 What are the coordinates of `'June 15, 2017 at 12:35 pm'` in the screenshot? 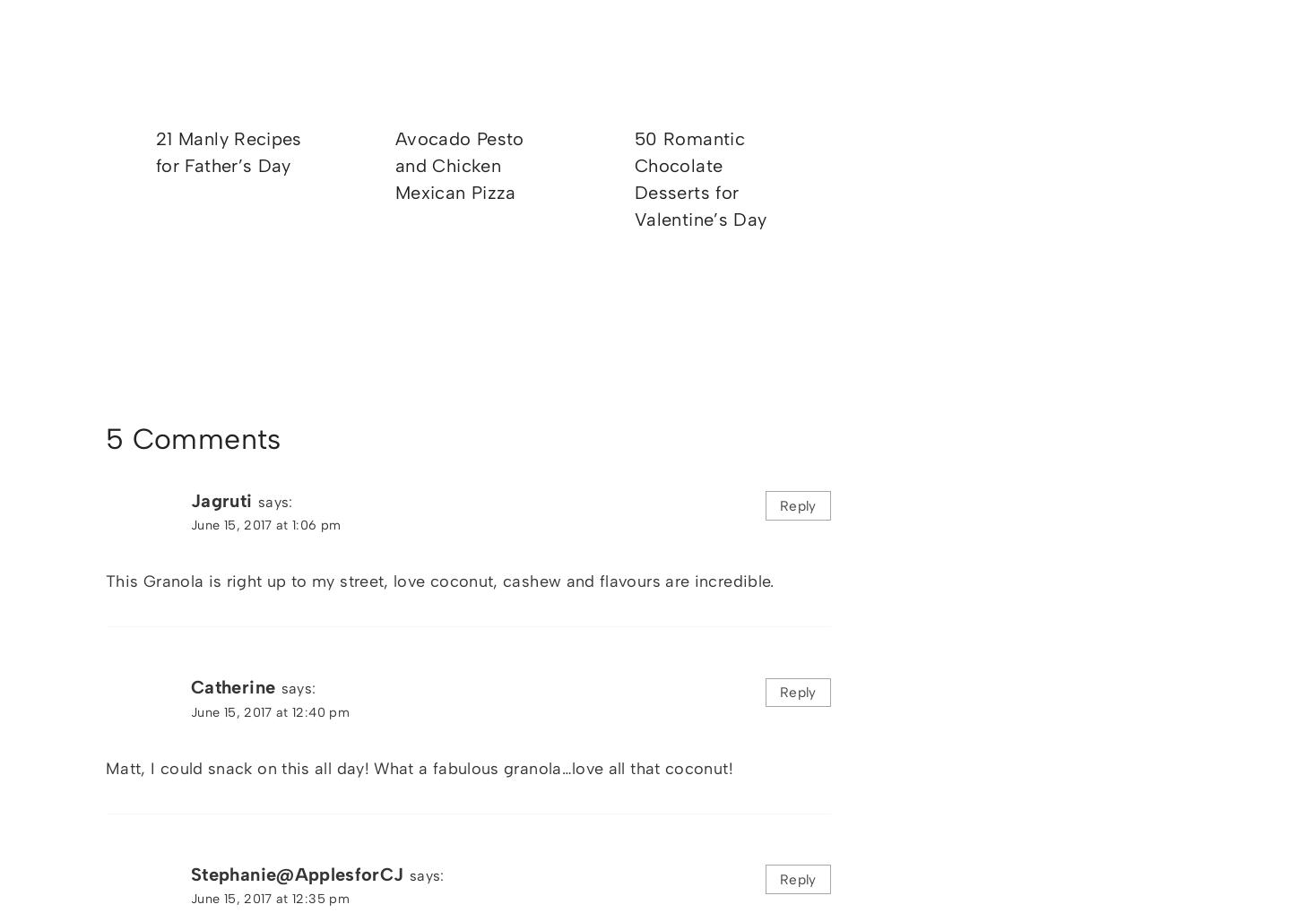 It's located at (269, 899).